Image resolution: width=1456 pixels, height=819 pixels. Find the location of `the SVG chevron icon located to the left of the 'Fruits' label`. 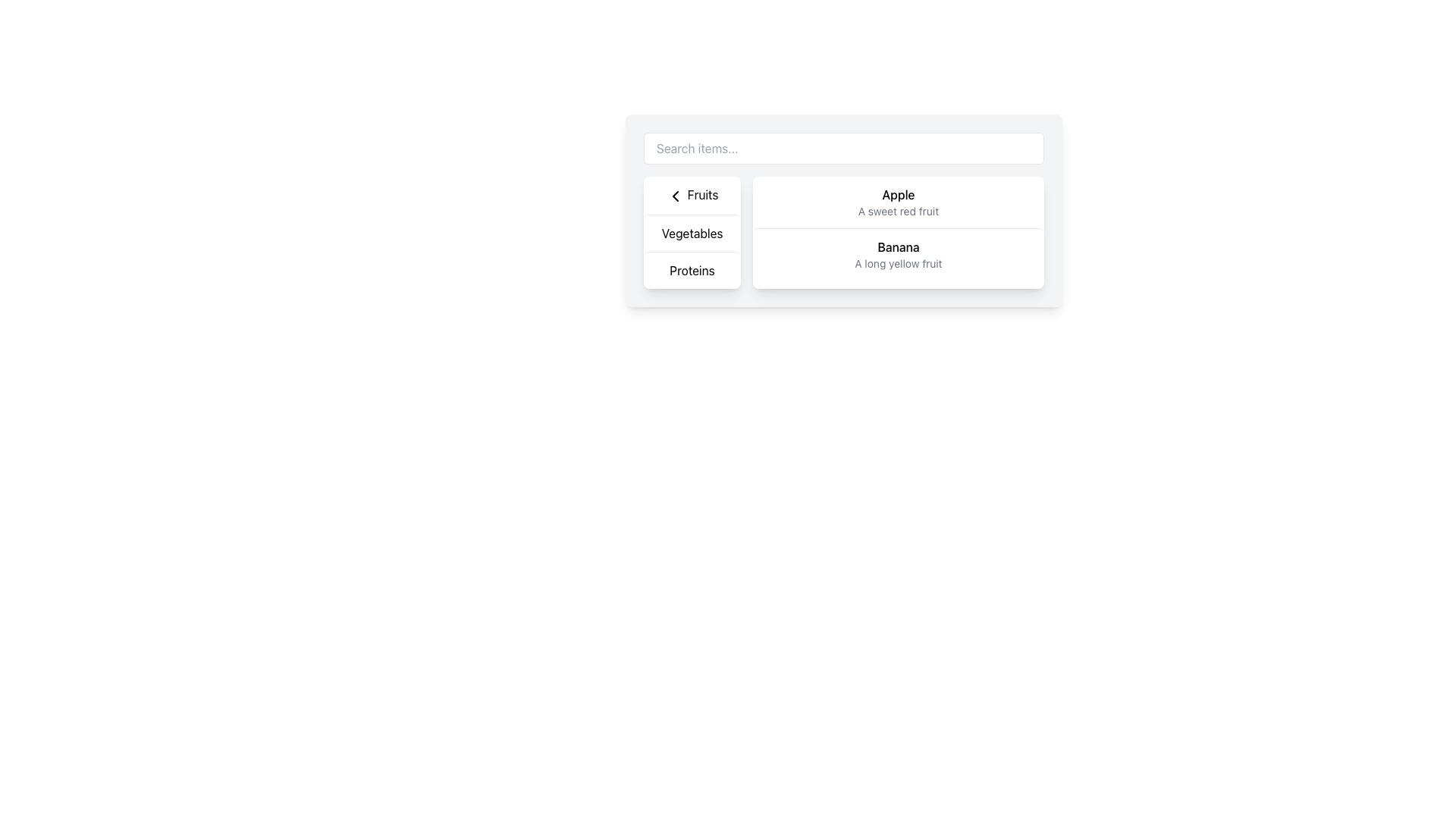

the SVG chevron icon located to the left of the 'Fruits' label is located at coordinates (674, 195).